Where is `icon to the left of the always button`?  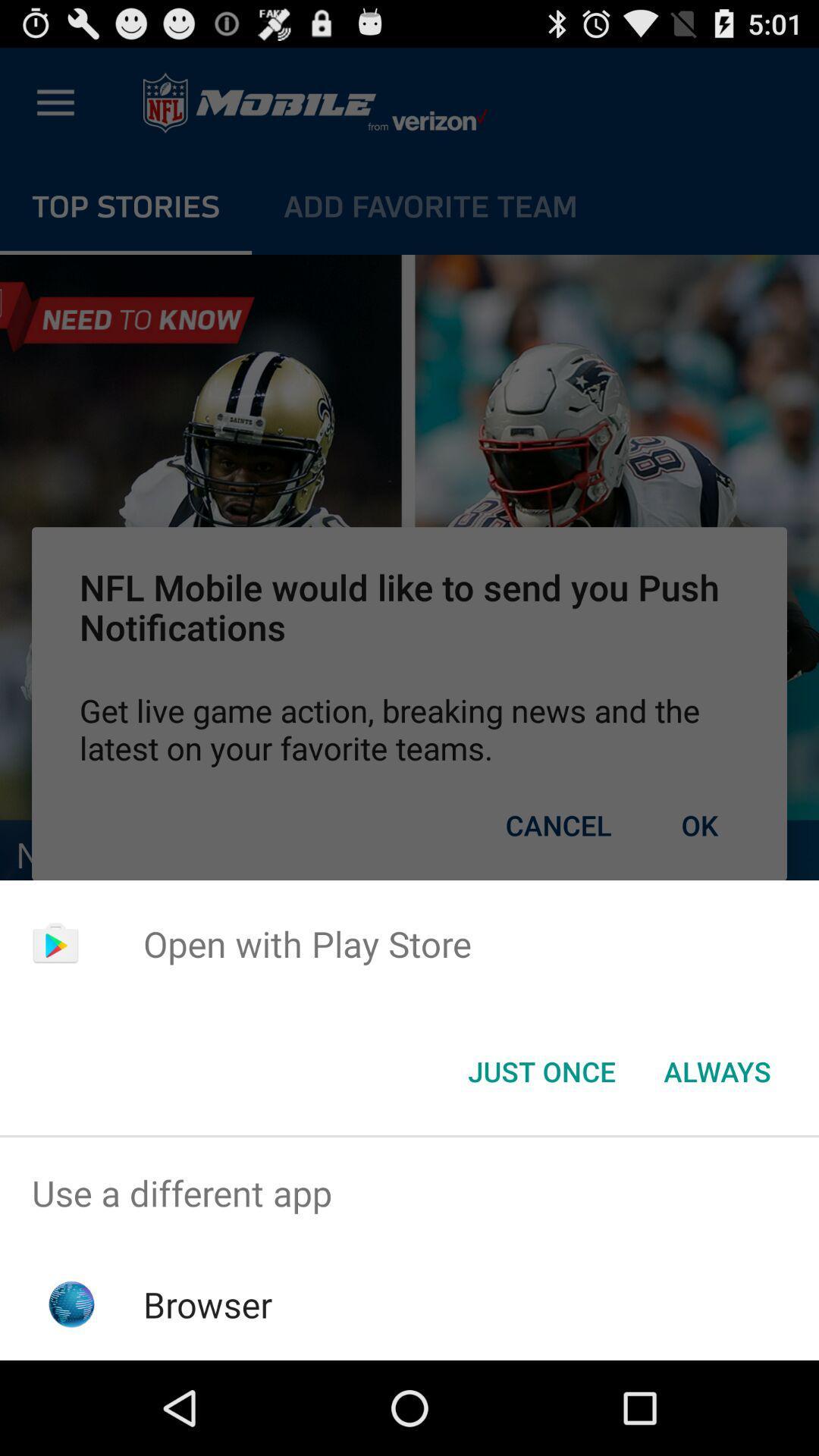
icon to the left of the always button is located at coordinates (541, 1070).